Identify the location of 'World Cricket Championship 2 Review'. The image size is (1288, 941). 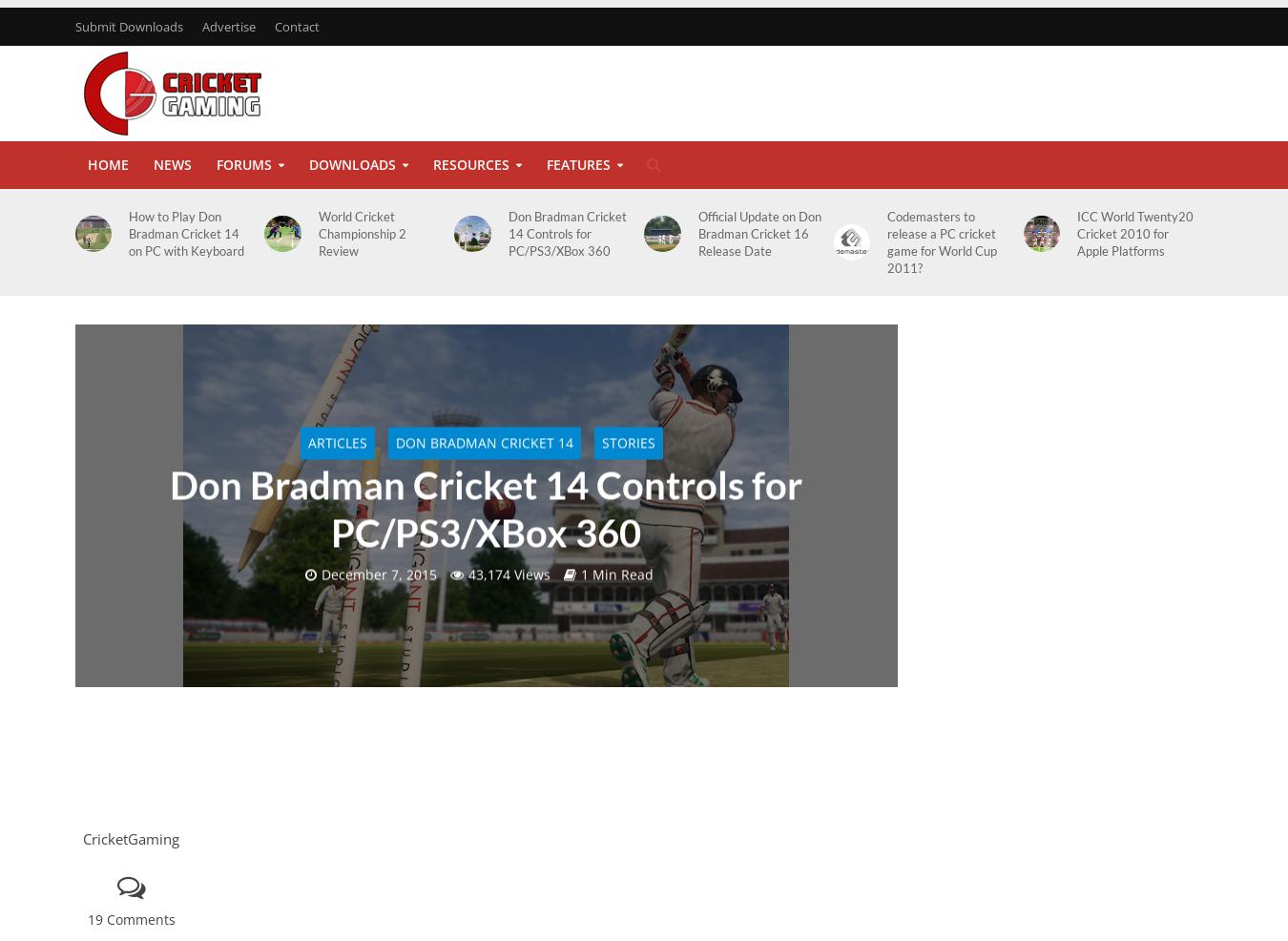
(361, 233).